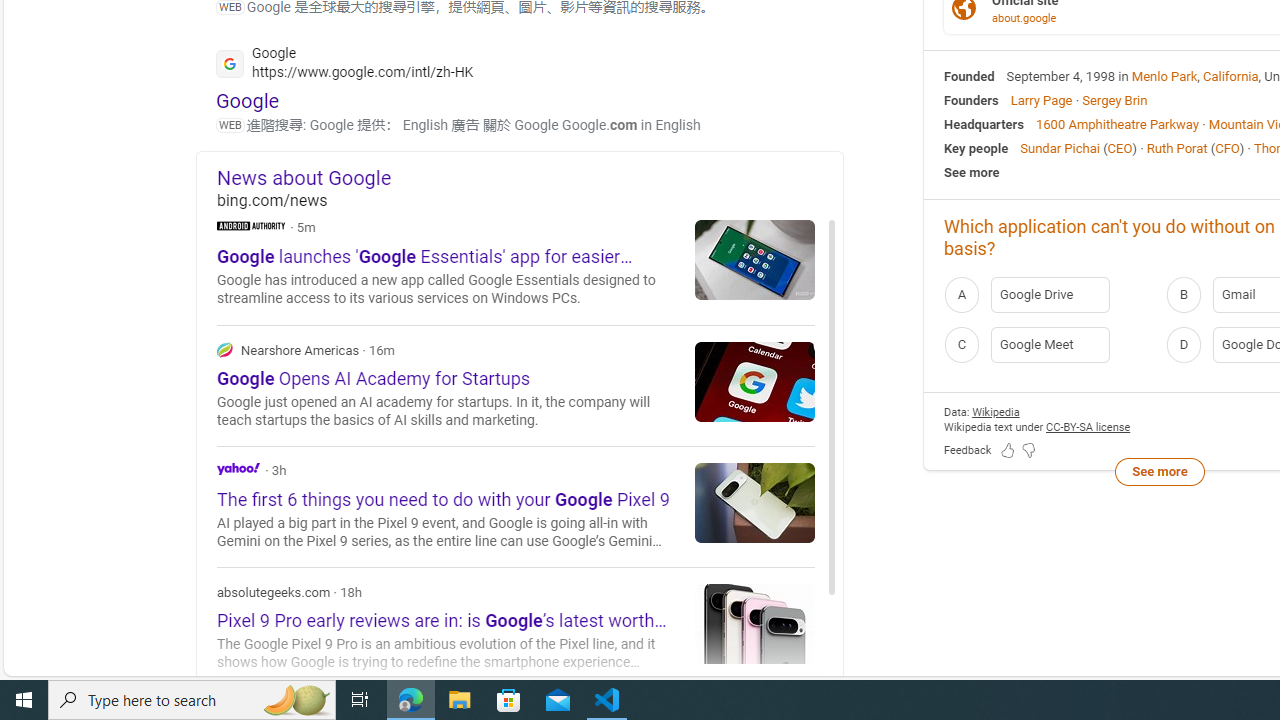  What do you see at coordinates (1164, 74) in the screenshot?
I see `'Menlo Park'` at bounding box center [1164, 74].